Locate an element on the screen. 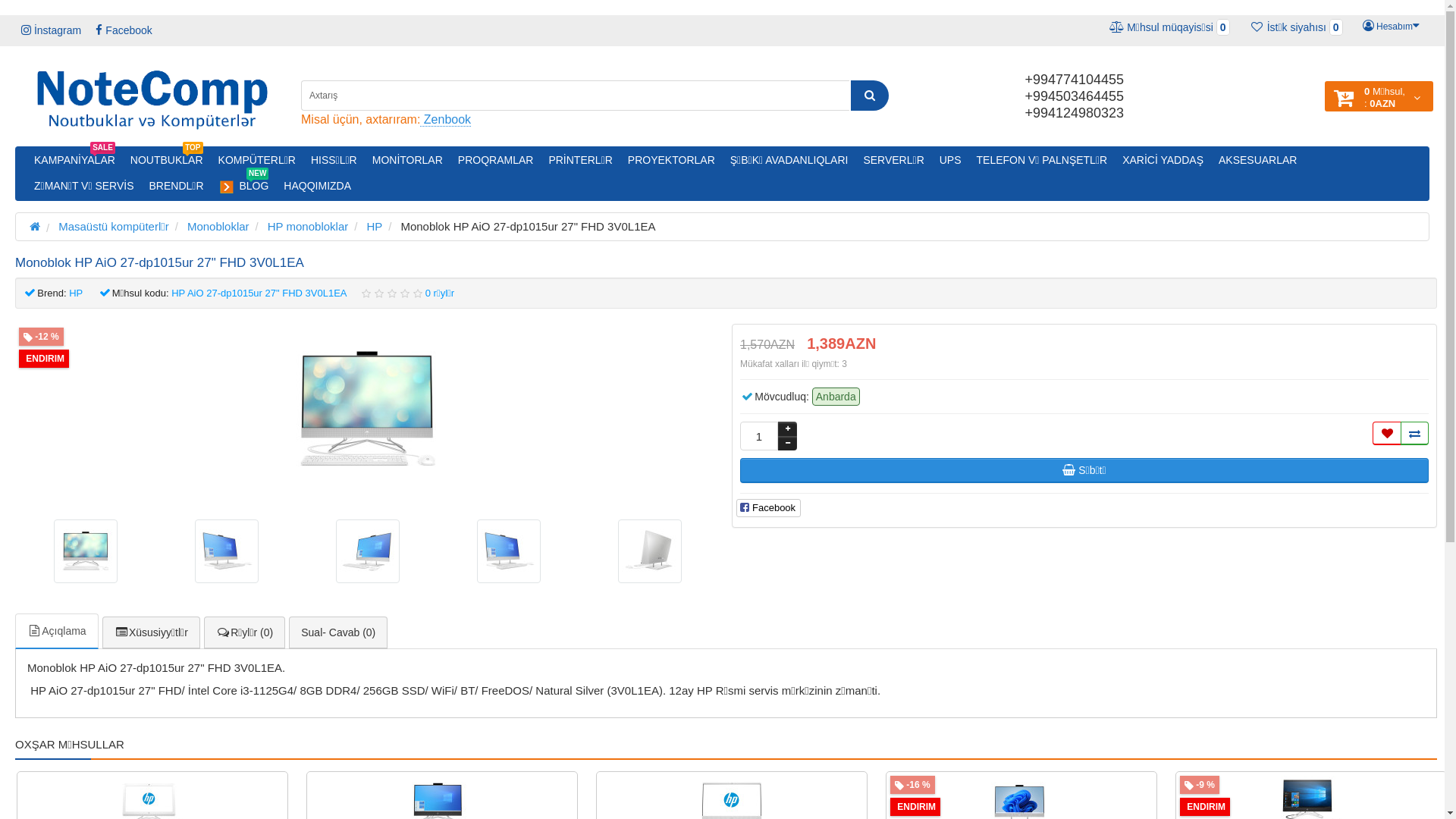 Image resolution: width=1456 pixels, height=819 pixels. '+994124980323' is located at coordinates (1073, 112).